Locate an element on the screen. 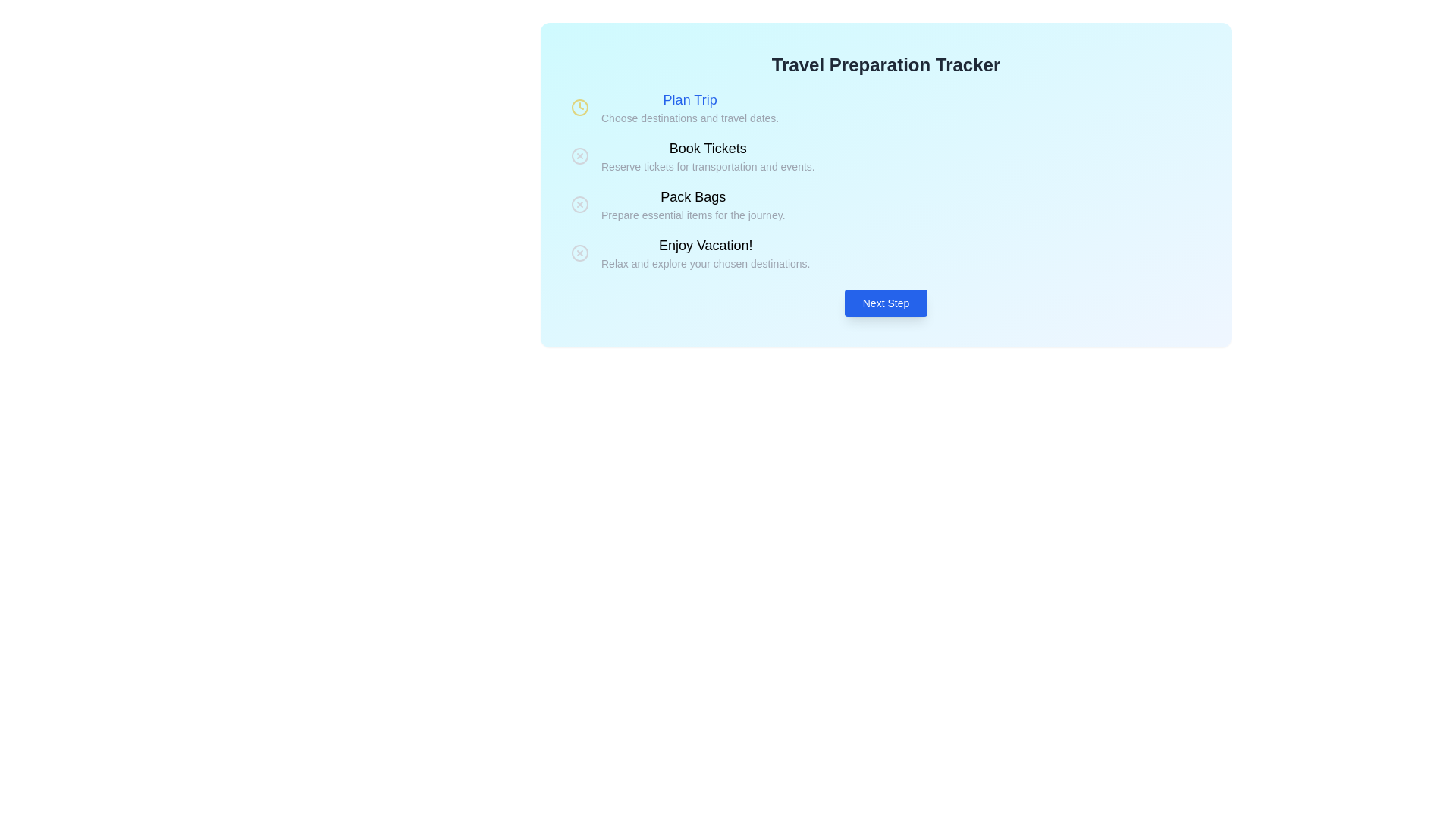 The height and width of the screenshot is (819, 1456). the 'Pack Bags' text header, which is centrally aligned and rendered in a bold, black font, located in the third step of a vertical list of steps is located at coordinates (692, 196).